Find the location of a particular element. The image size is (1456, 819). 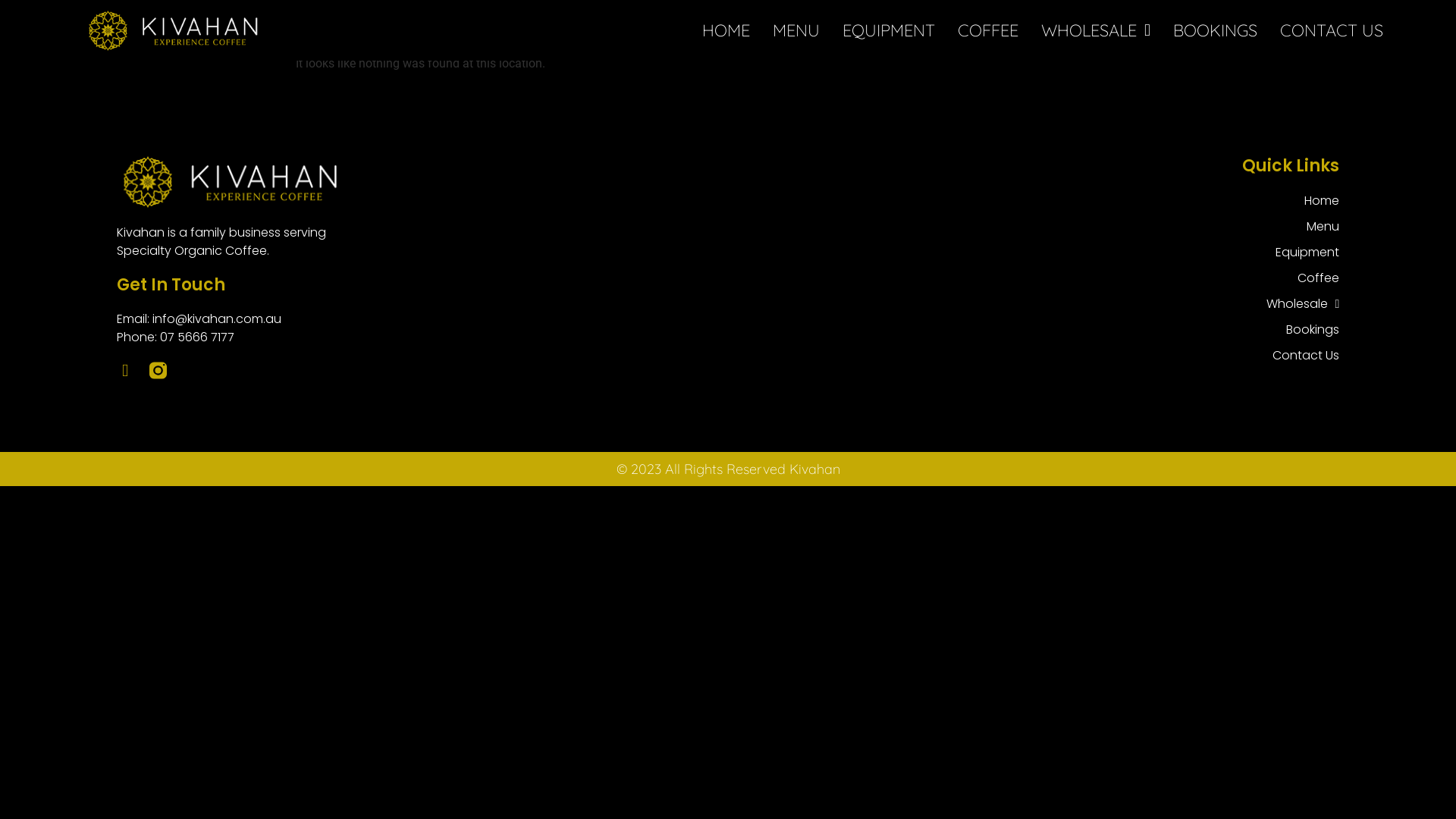

'WHOLESALE' is located at coordinates (1095, 30).